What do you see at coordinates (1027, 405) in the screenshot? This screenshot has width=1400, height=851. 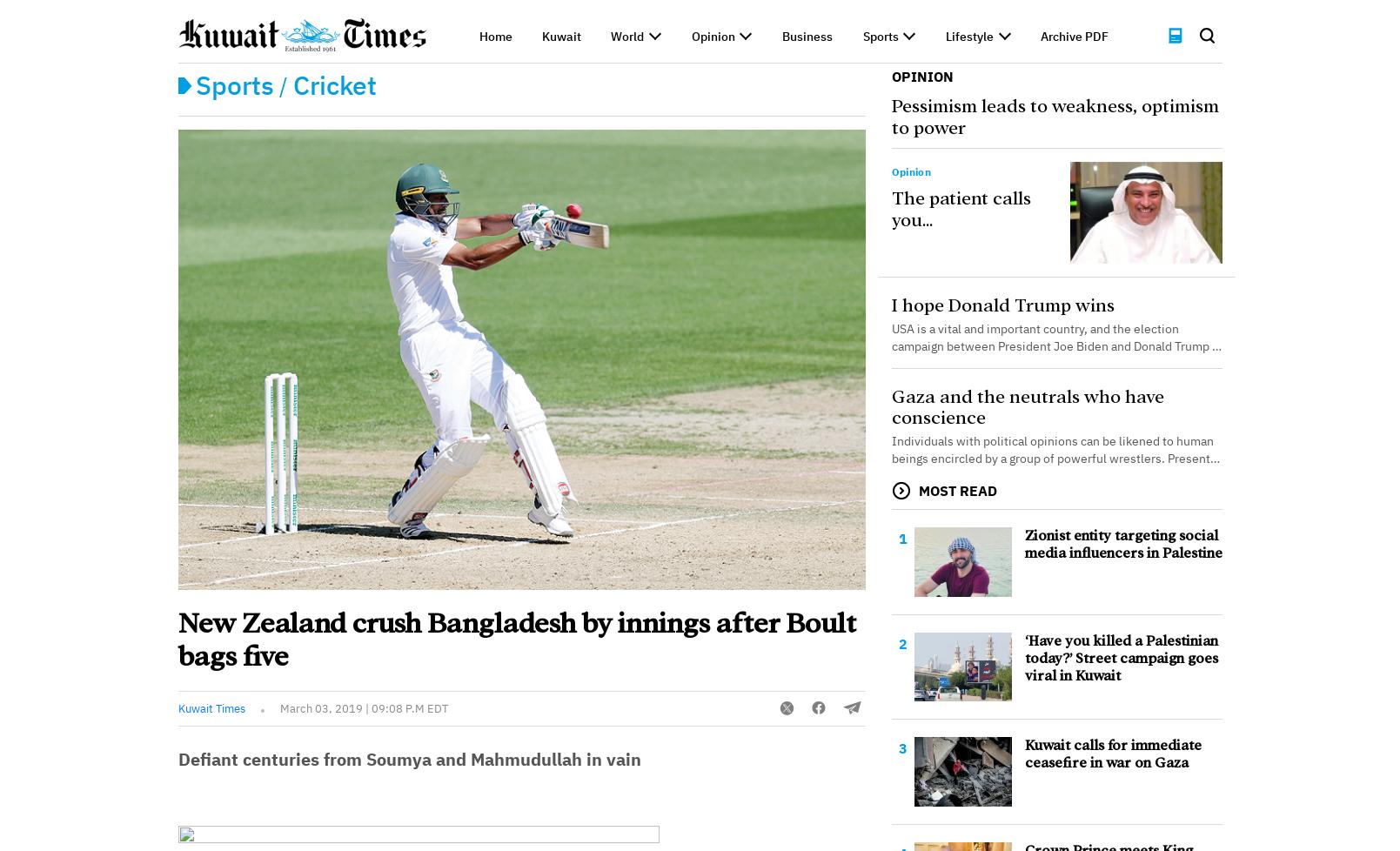 I see `'Gaza and the neutrals who have conscience'` at bounding box center [1027, 405].